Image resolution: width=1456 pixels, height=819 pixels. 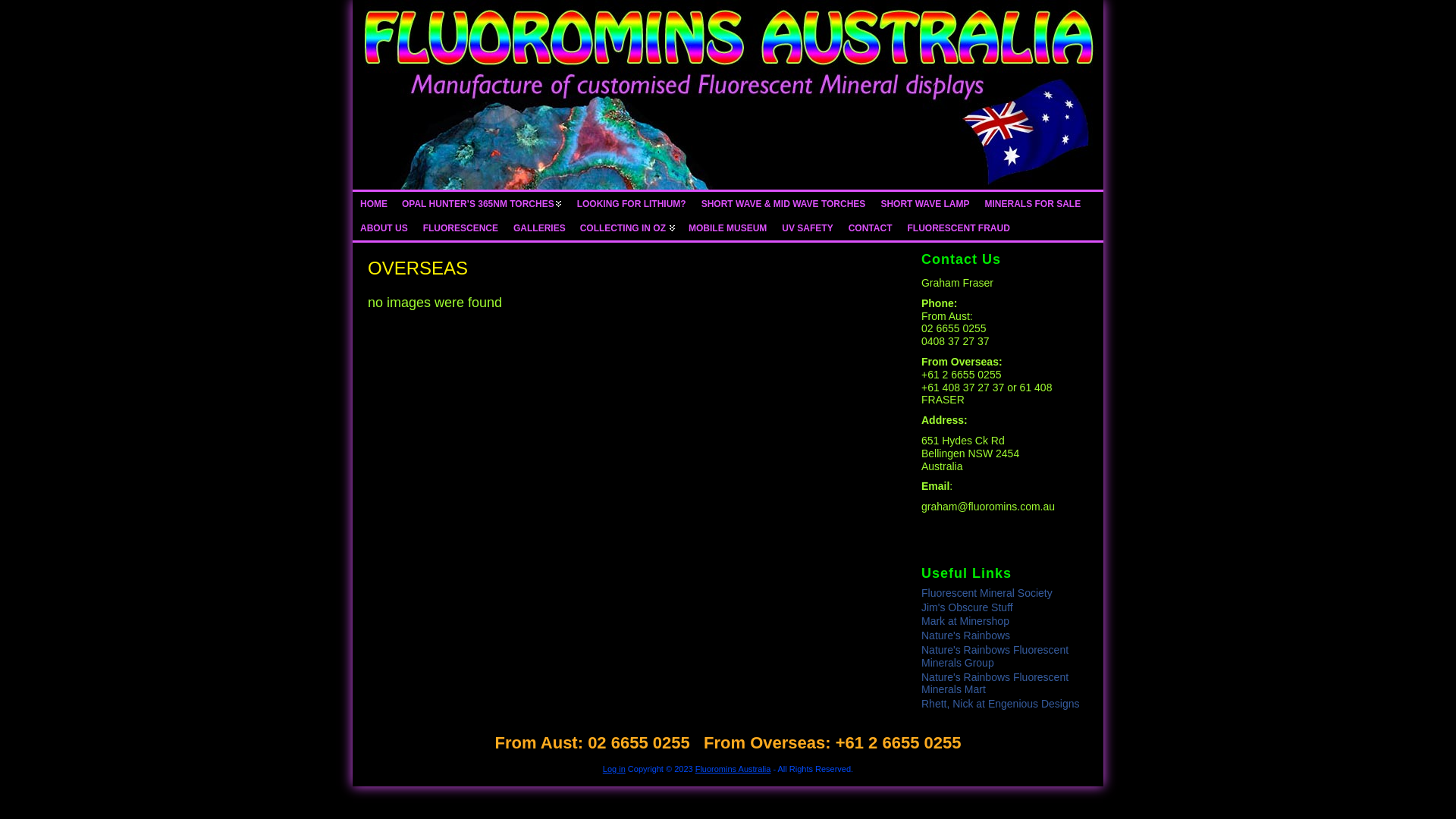 What do you see at coordinates (920, 592) in the screenshot?
I see `'Fluorescent Mineral Society'` at bounding box center [920, 592].